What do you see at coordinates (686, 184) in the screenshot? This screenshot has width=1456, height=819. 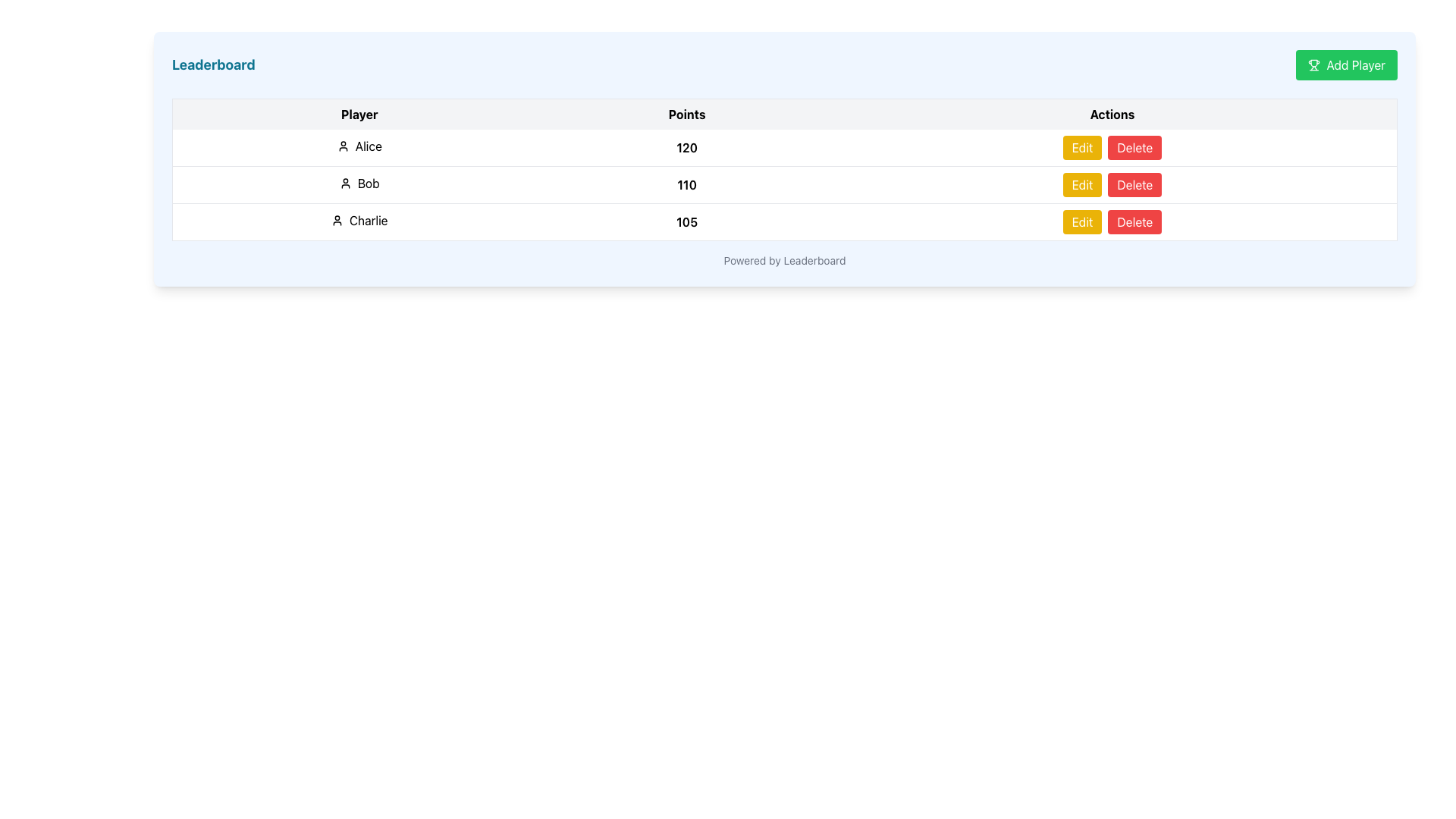 I see `text element displaying the number '110', which is the second entry under the 'Points' column in the leaderboard table for player 'Bob'` at bounding box center [686, 184].